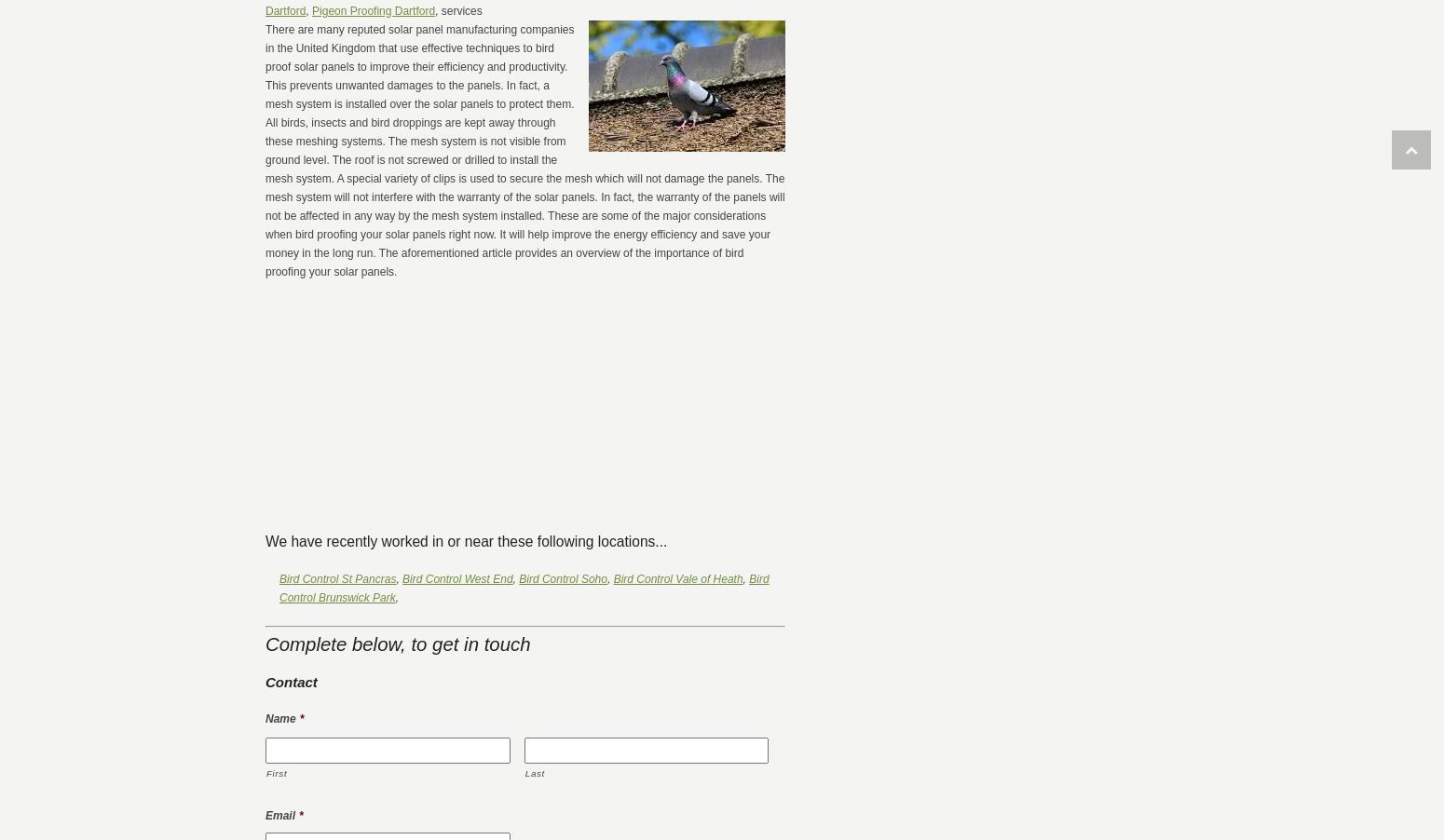  Describe the element at coordinates (524, 149) in the screenshot. I see `'There are many reputed solar panel manufacturing companies in the United Kingdom that use effective techniques to bird proof solar panels to improve their efficiency and productivity. This prevents unwanted damages to the panels. In fact, a mesh system is installed over the solar panels to protect them. All birds, insects and bird droppings are kept away through these meshing systems. The mesh system is not visible from ground level. The roof is not screwed or drilled to install the mesh system. A special variety of clips is used to secure the mesh which will not damage the panels. The mesh system will not interfere with the warranty of the solar panels. In fact, the warranty of the panels will not be affected in any way by the mesh system installed. These are some of the major considerations when bird proofing your solar panels right now. It will help improve the energy efficiency and save your money in the long run. The aforementioned article provides an overview of the importance of bird proofing your solar panels.'` at that location.